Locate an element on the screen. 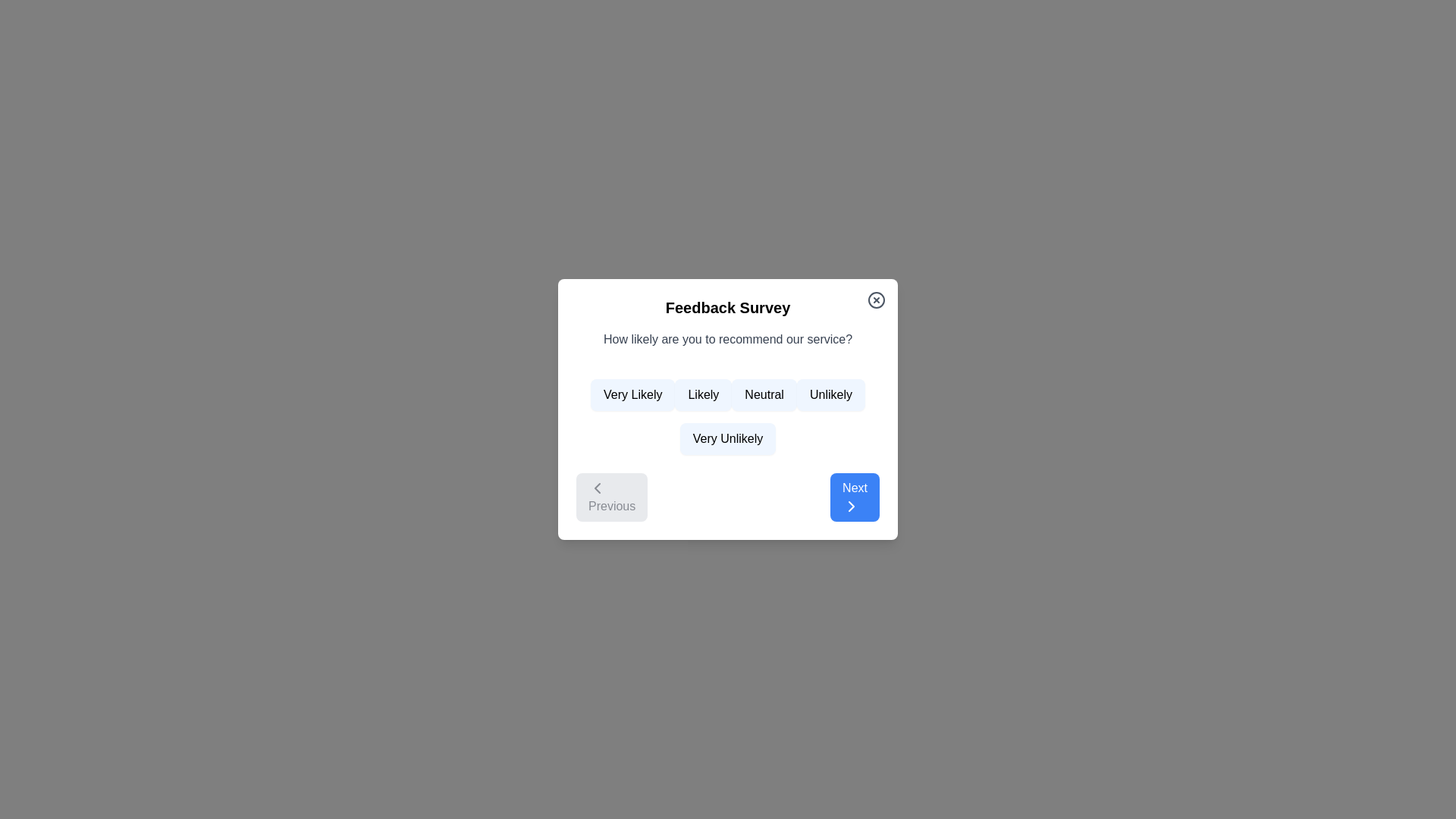  the 'Previous' button located at the bottom-left of the modal dialog is located at coordinates (596, 488).